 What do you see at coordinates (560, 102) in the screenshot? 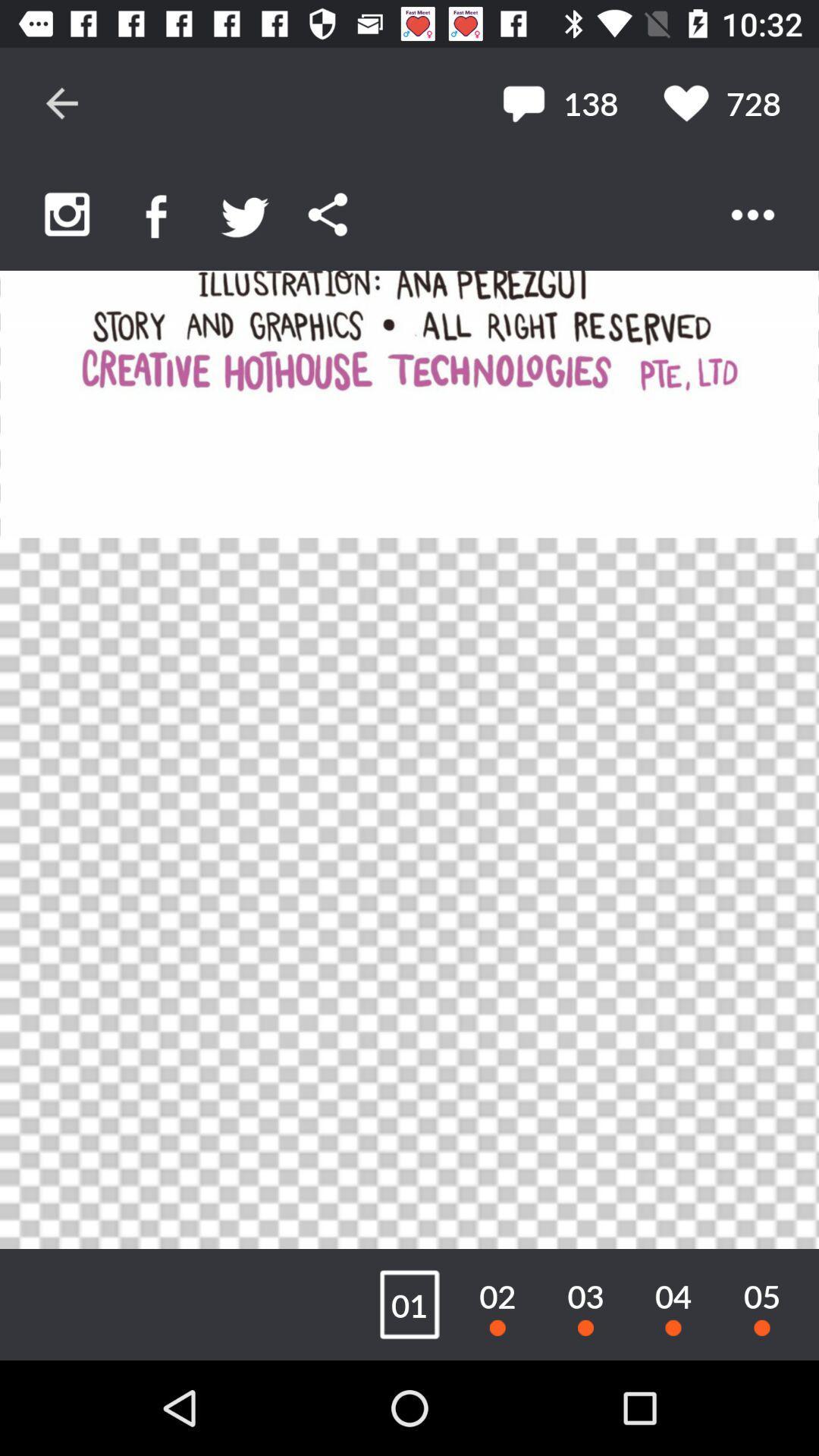
I see `the item next to the 728  item` at bounding box center [560, 102].